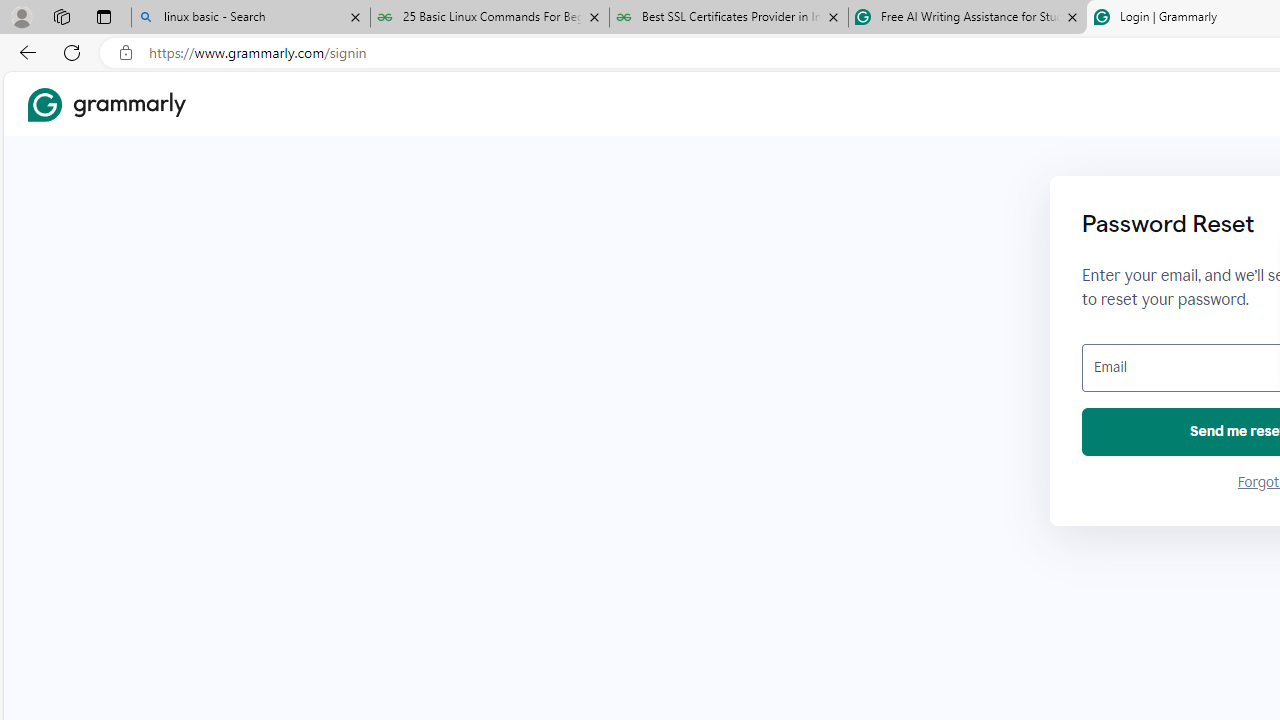 This screenshot has width=1280, height=720. What do you see at coordinates (967, 17) in the screenshot?
I see `'Free AI Writing Assistance for Students | Grammarly'` at bounding box center [967, 17].